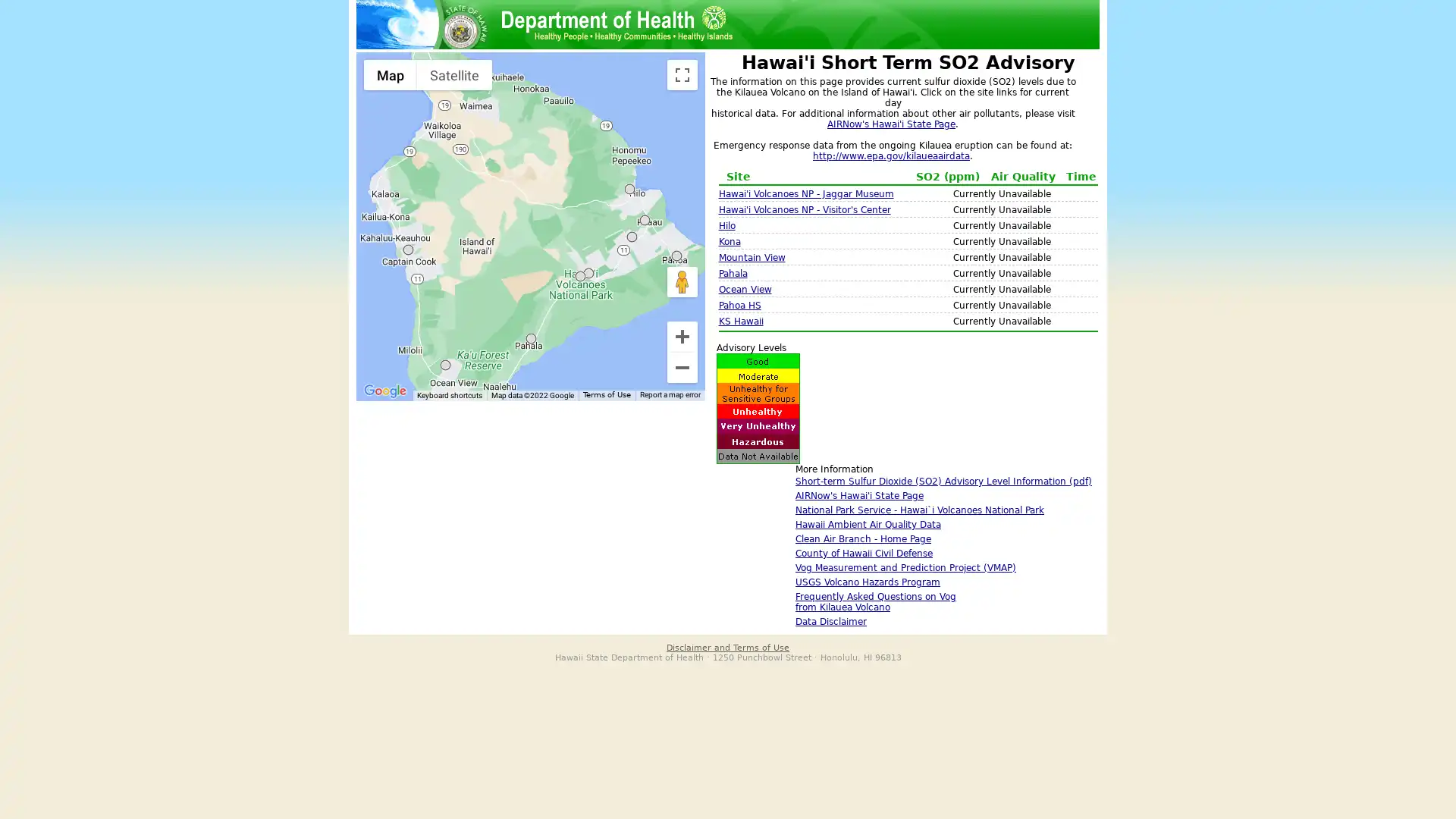 The height and width of the screenshot is (819, 1456). Describe the element at coordinates (676, 255) in the screenshot. I see `PAHOA HS: No Data` at that location.